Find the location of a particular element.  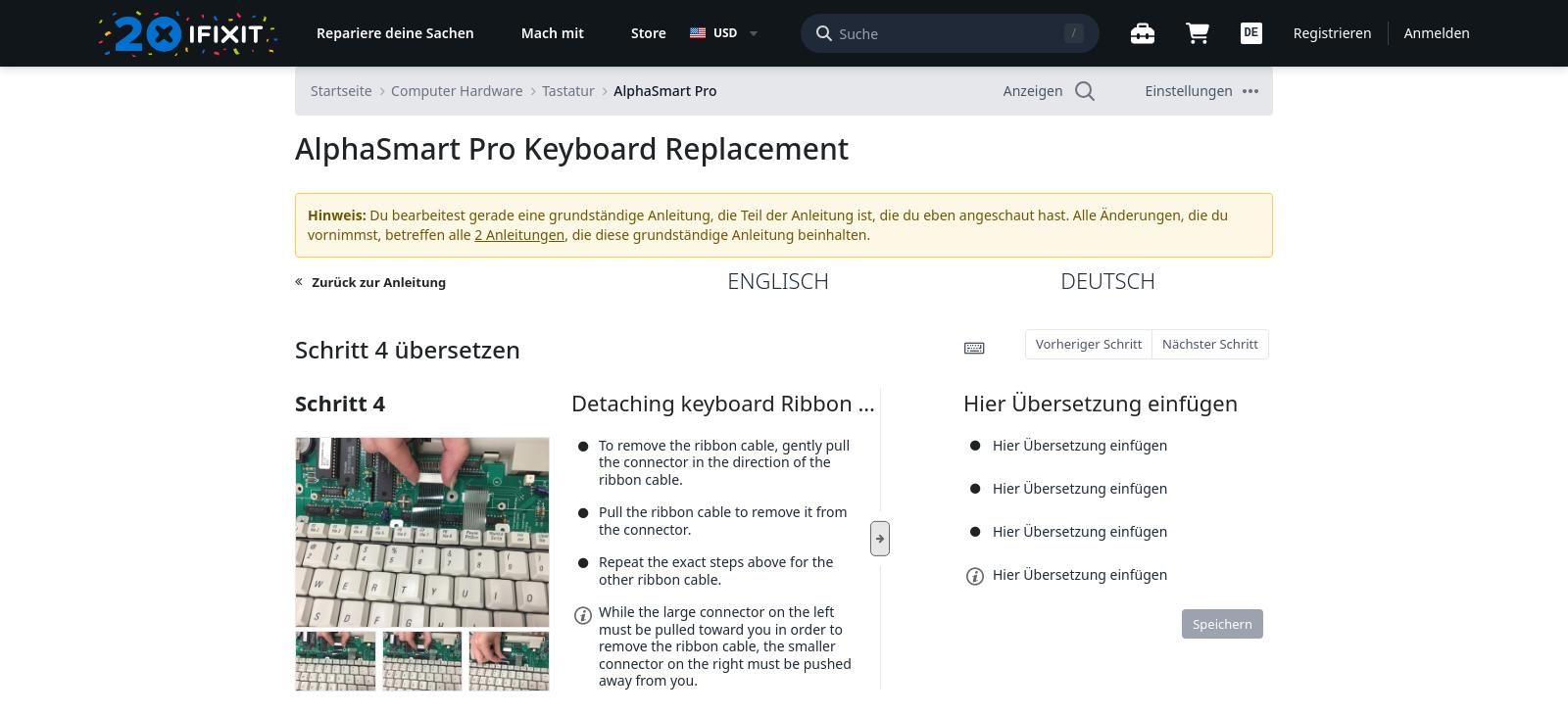

'Anzeigen' is located at coordinates (1032, 89).